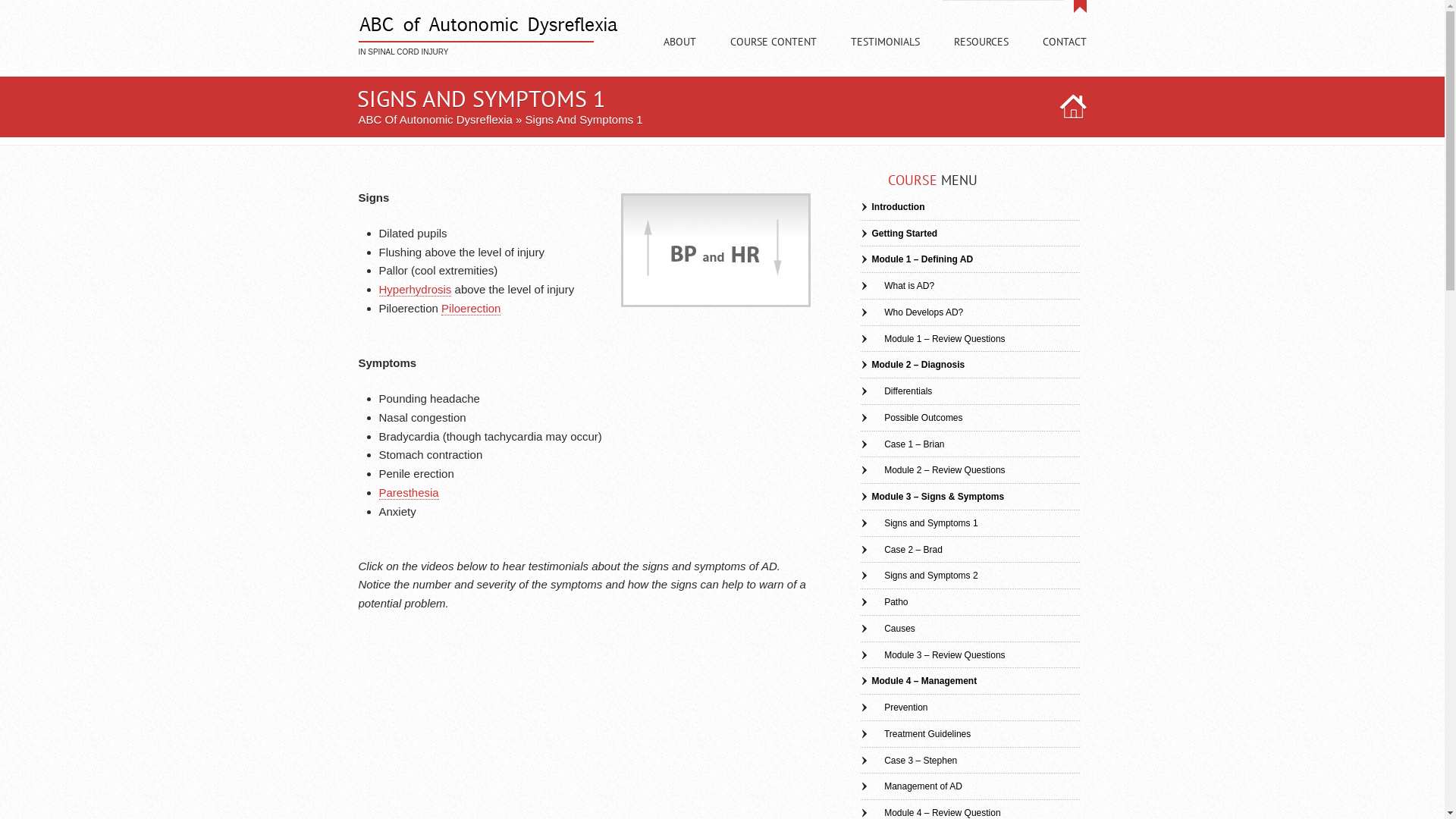  I want to click on '     Prevention', so click(893, 708).